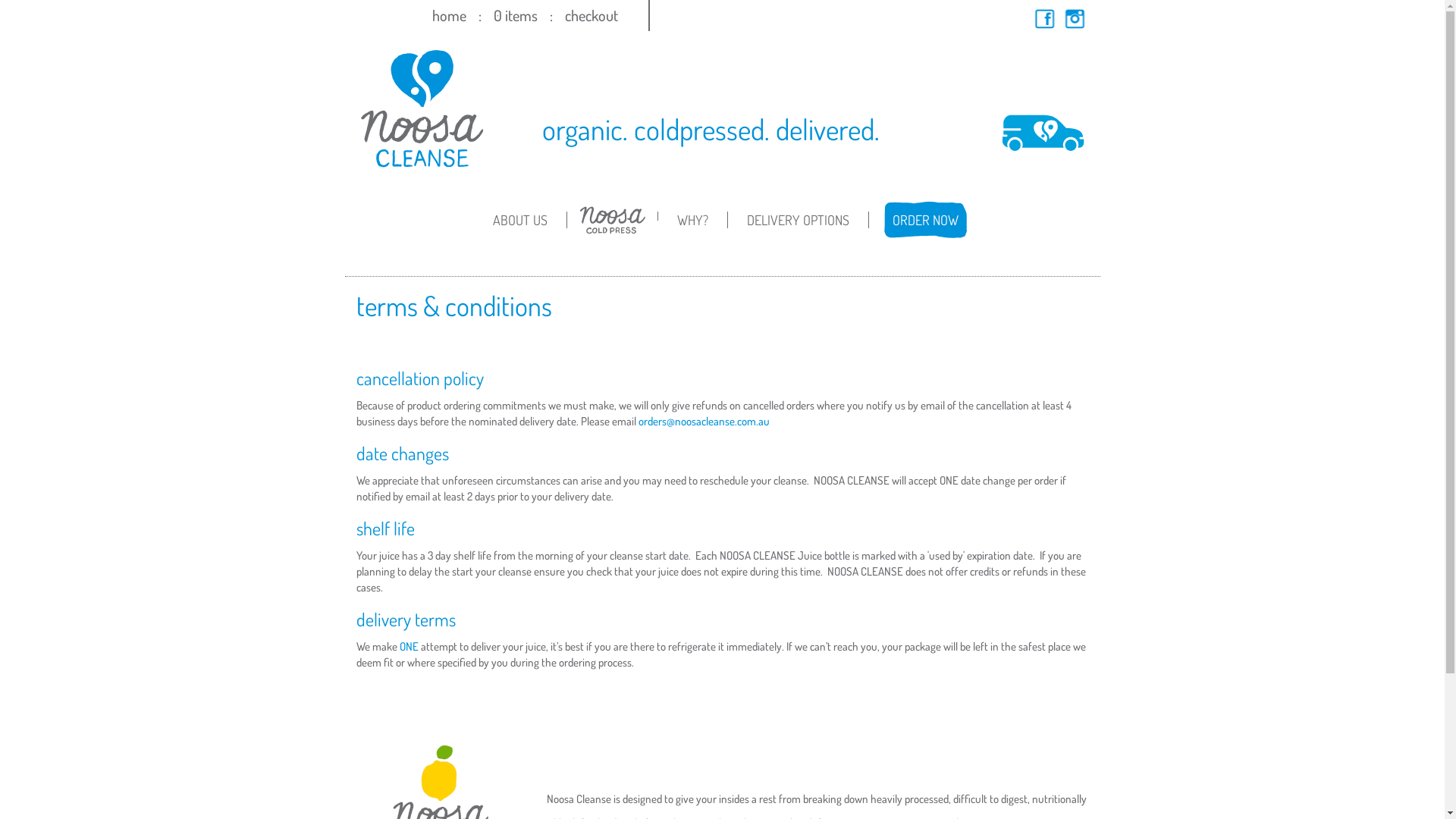 The height and width of the screenshot is (819, 1456). Describe the element at coordinates (703, 421) in the screenshot. I see `'orders@noosacleanse.com.au'` at that location.